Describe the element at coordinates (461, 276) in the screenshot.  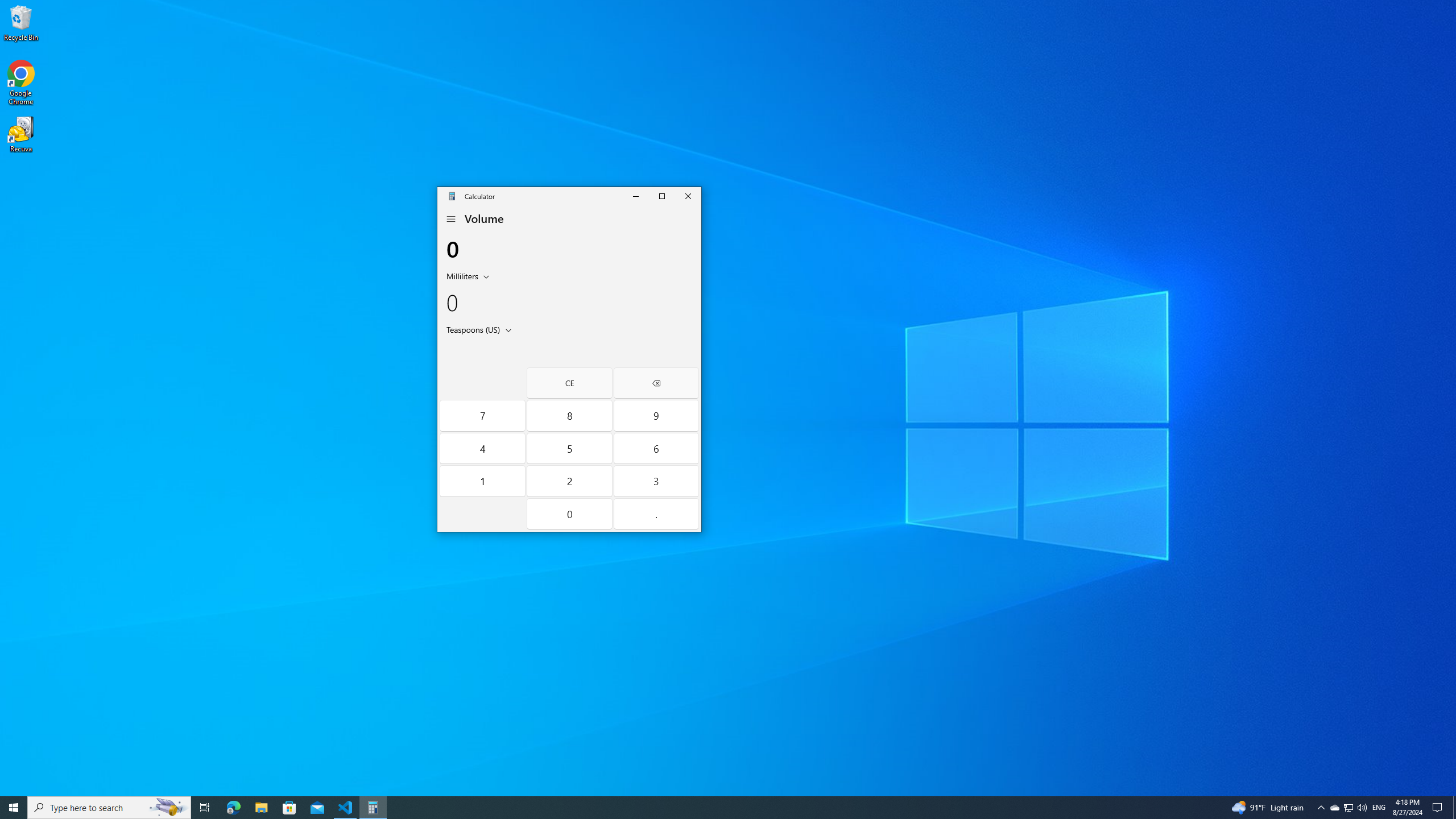
I see `'Milliliters'` at that location.